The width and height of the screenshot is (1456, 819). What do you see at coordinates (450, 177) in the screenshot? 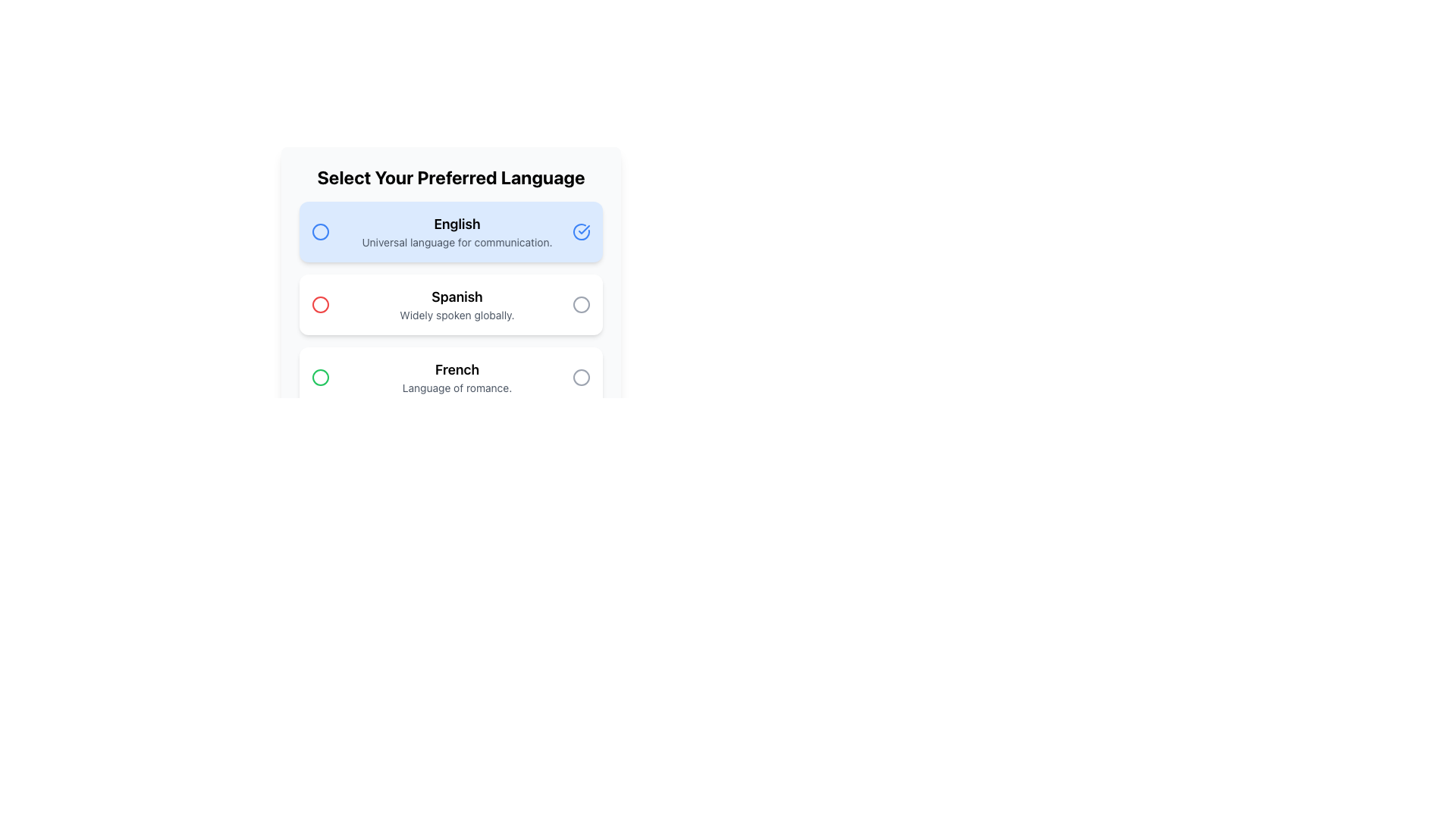
I see `the instruction from the Text Header which prompts the user to select their preferred language` at bounding box center [450, 177].